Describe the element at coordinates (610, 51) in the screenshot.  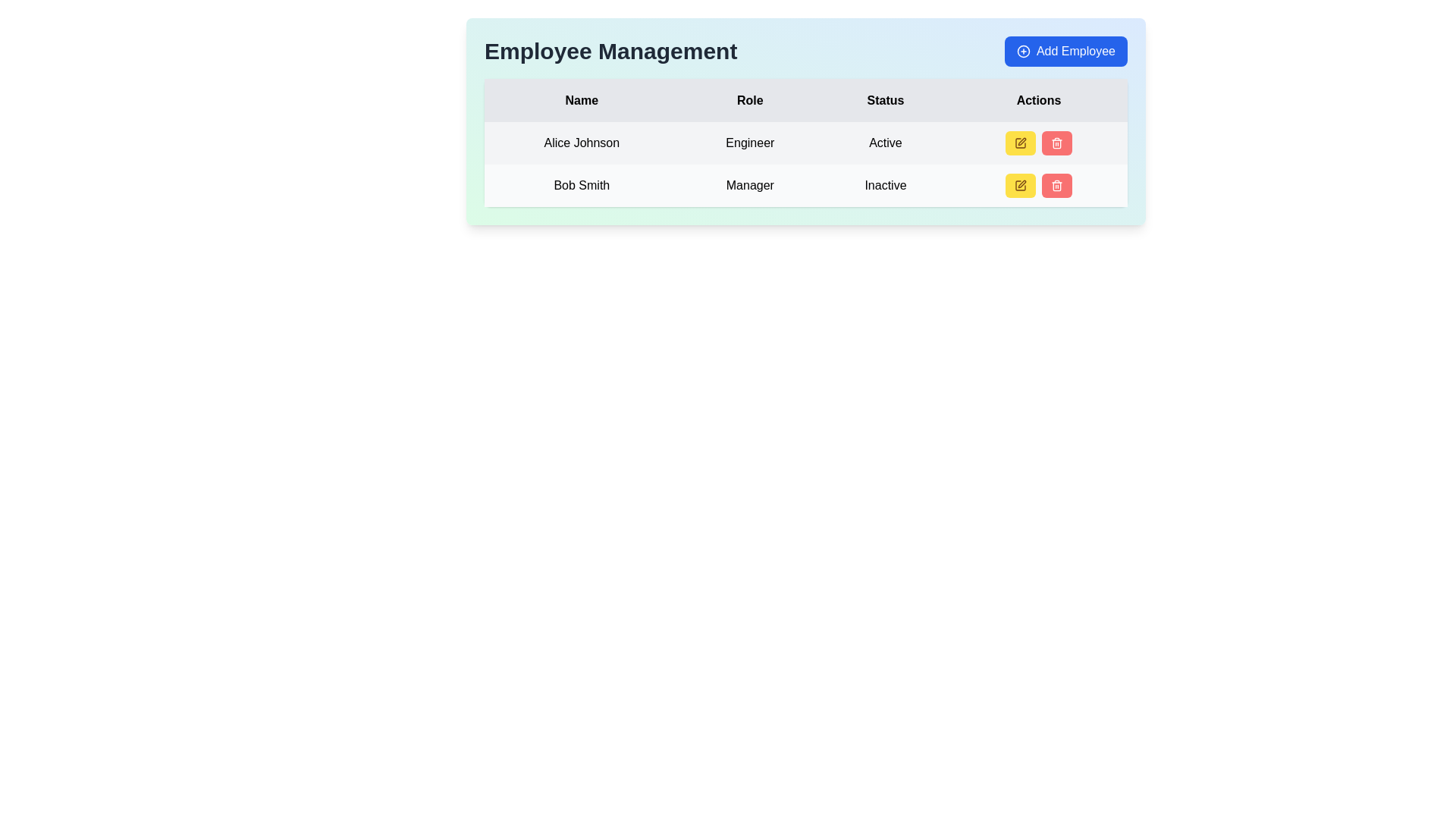
I see `the bold, large-font header text stating 'Employee Management', which is positioned at the top-left corner of the content section` at that location.